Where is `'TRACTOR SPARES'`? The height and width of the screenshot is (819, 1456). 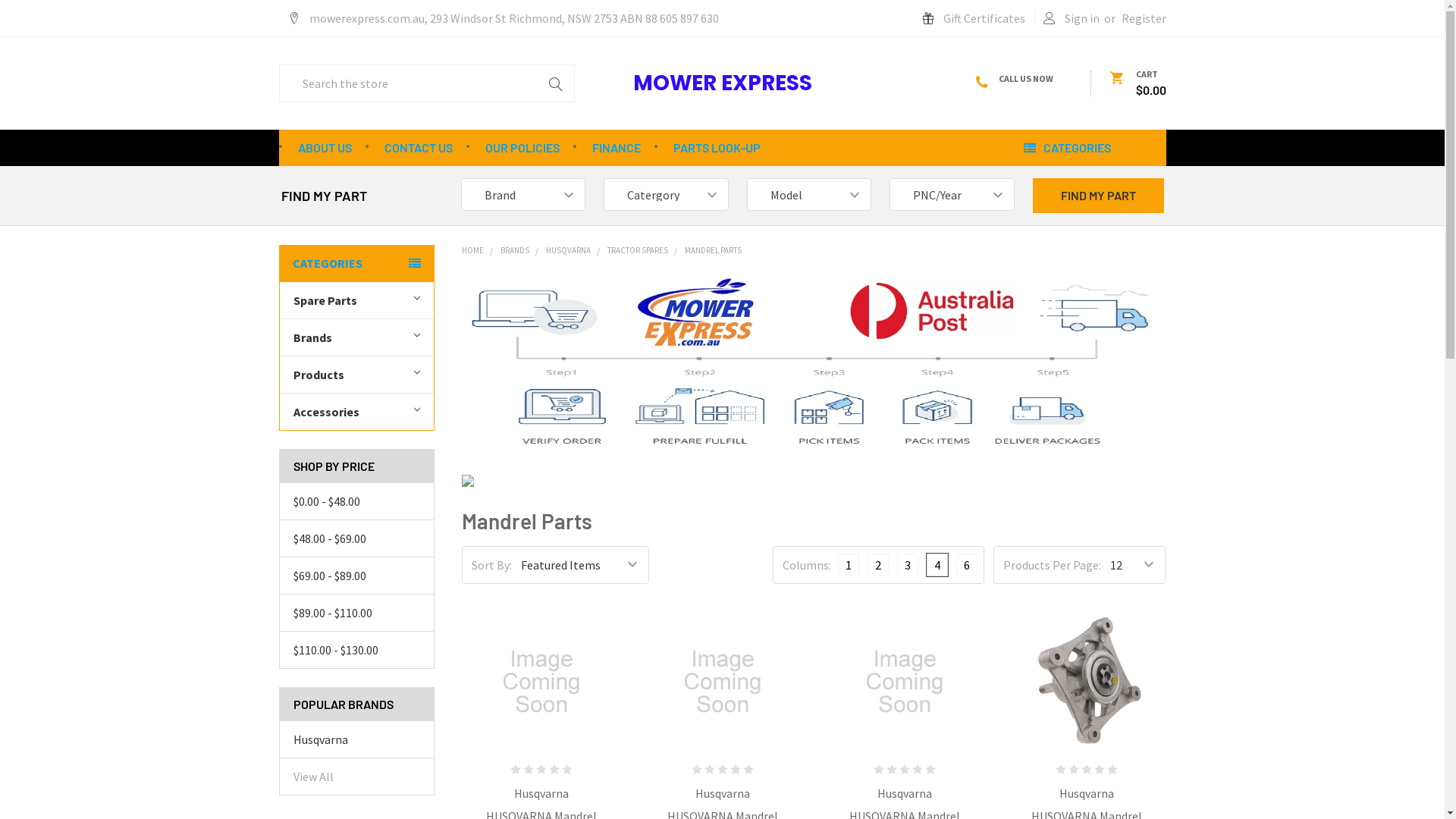 'TRACTOR SPARES' is located at coordinates (637, 249).